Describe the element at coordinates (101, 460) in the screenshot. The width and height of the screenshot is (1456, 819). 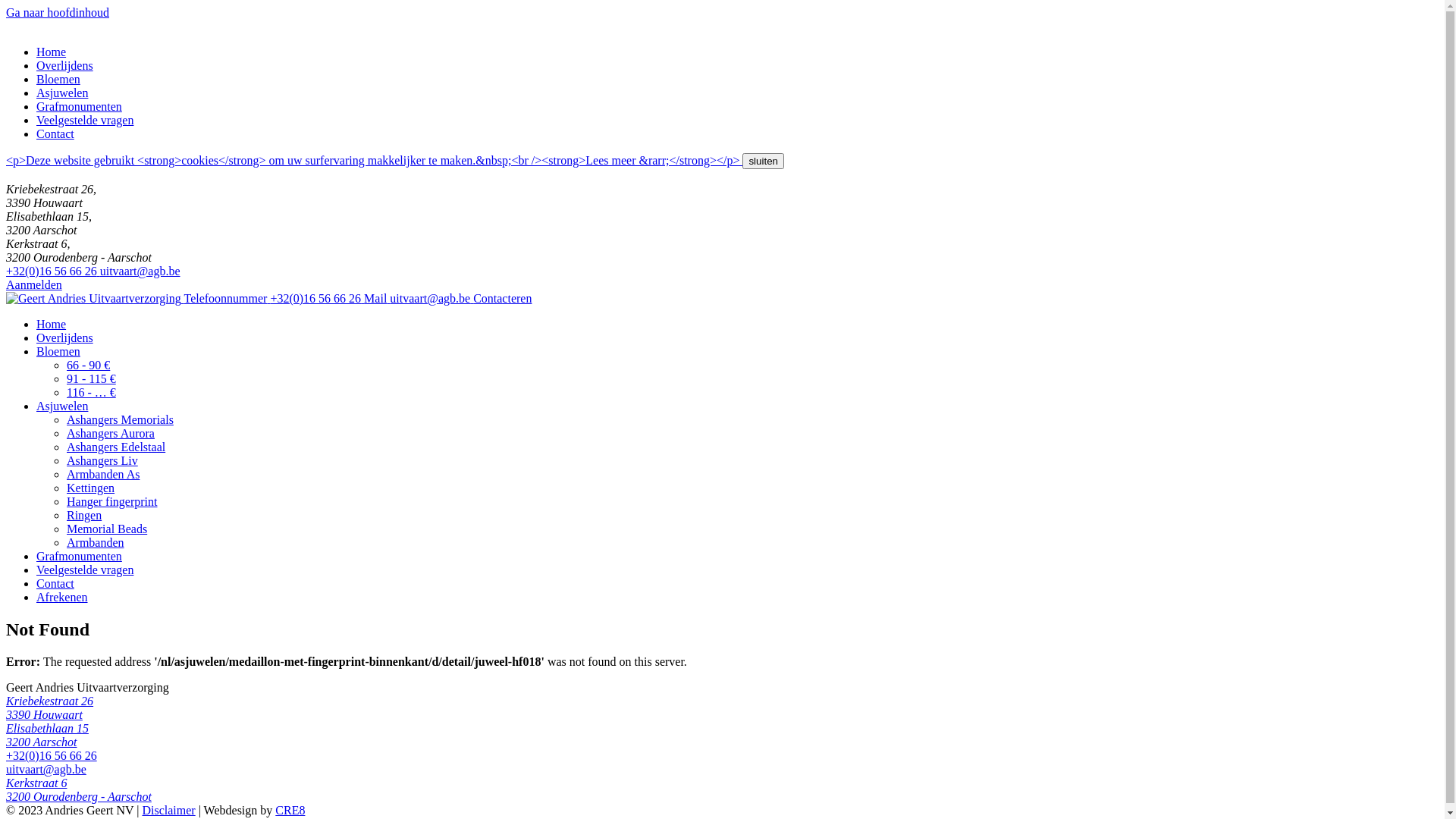
I see `'Ashangers Liv'` at that location.